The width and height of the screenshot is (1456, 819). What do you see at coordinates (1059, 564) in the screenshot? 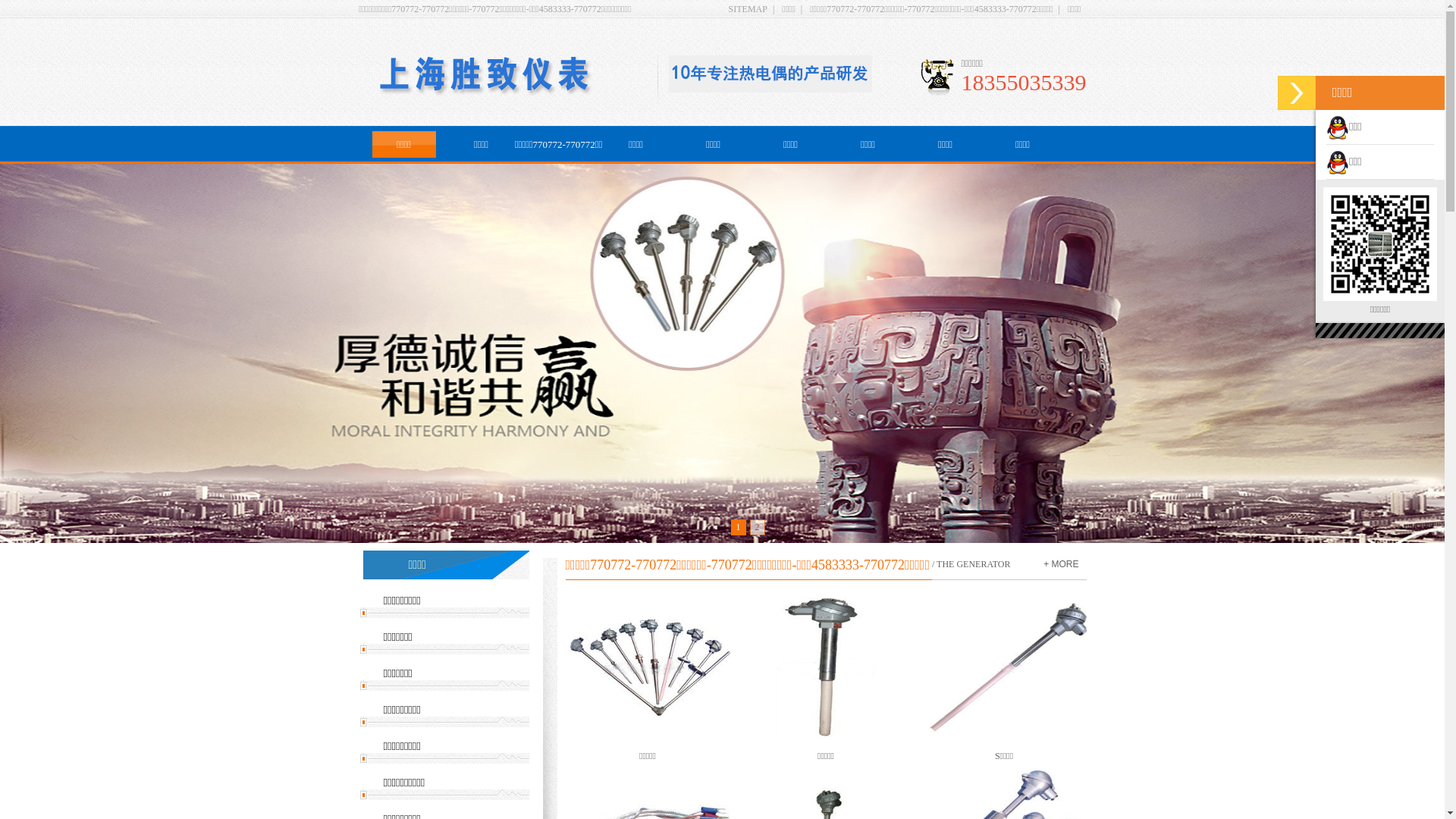
I see `'+ MORE'` at bounding box center [1059, 564].